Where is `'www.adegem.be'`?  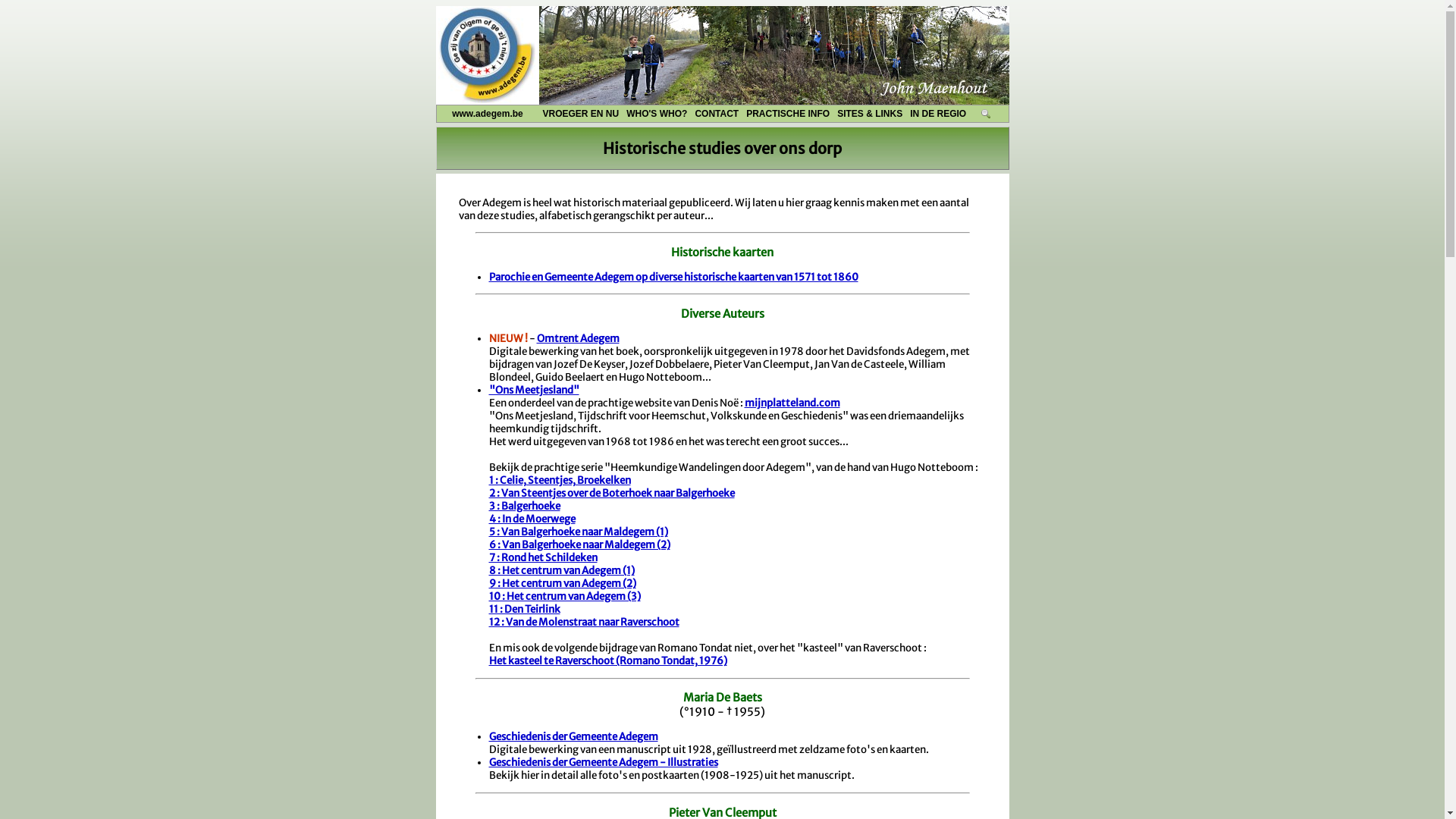 'www.adegem.be' is located at coordinates (436, 113).